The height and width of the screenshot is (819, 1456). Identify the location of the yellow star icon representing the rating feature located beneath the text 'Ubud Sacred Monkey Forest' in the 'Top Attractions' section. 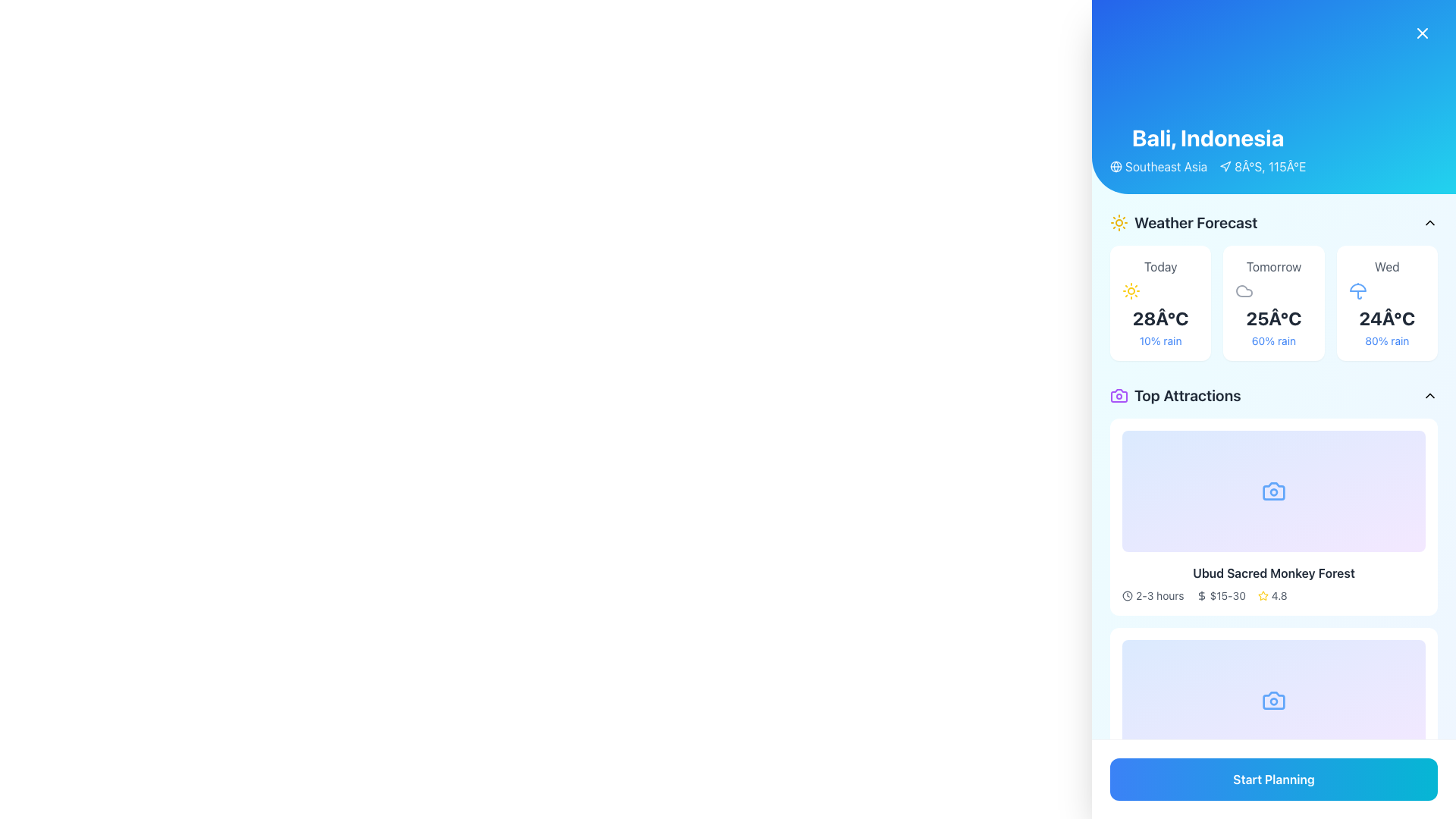
(1263, 804).